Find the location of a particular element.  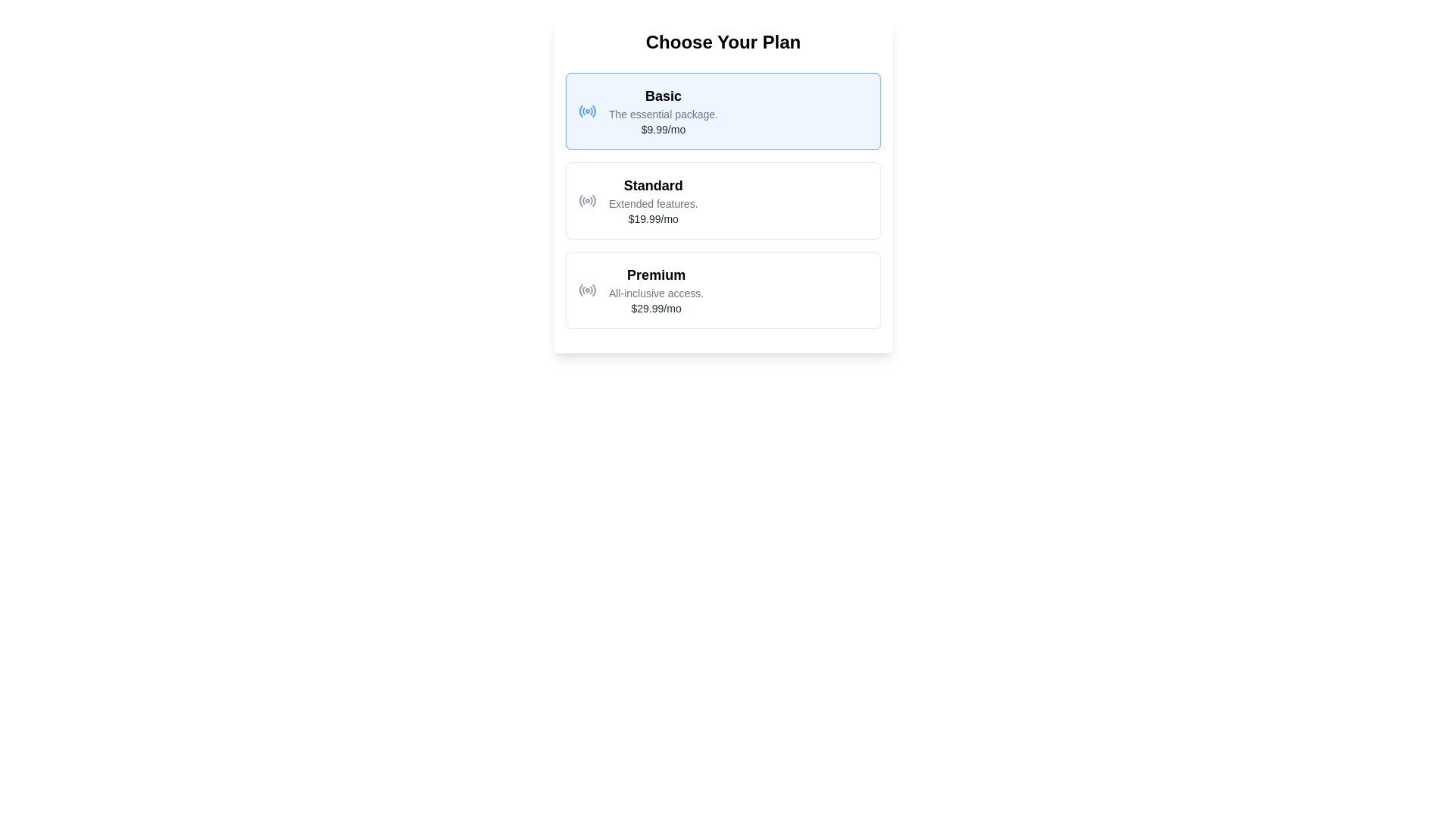

the 'Standard' plan radio button is located at coordinates (723, 200).